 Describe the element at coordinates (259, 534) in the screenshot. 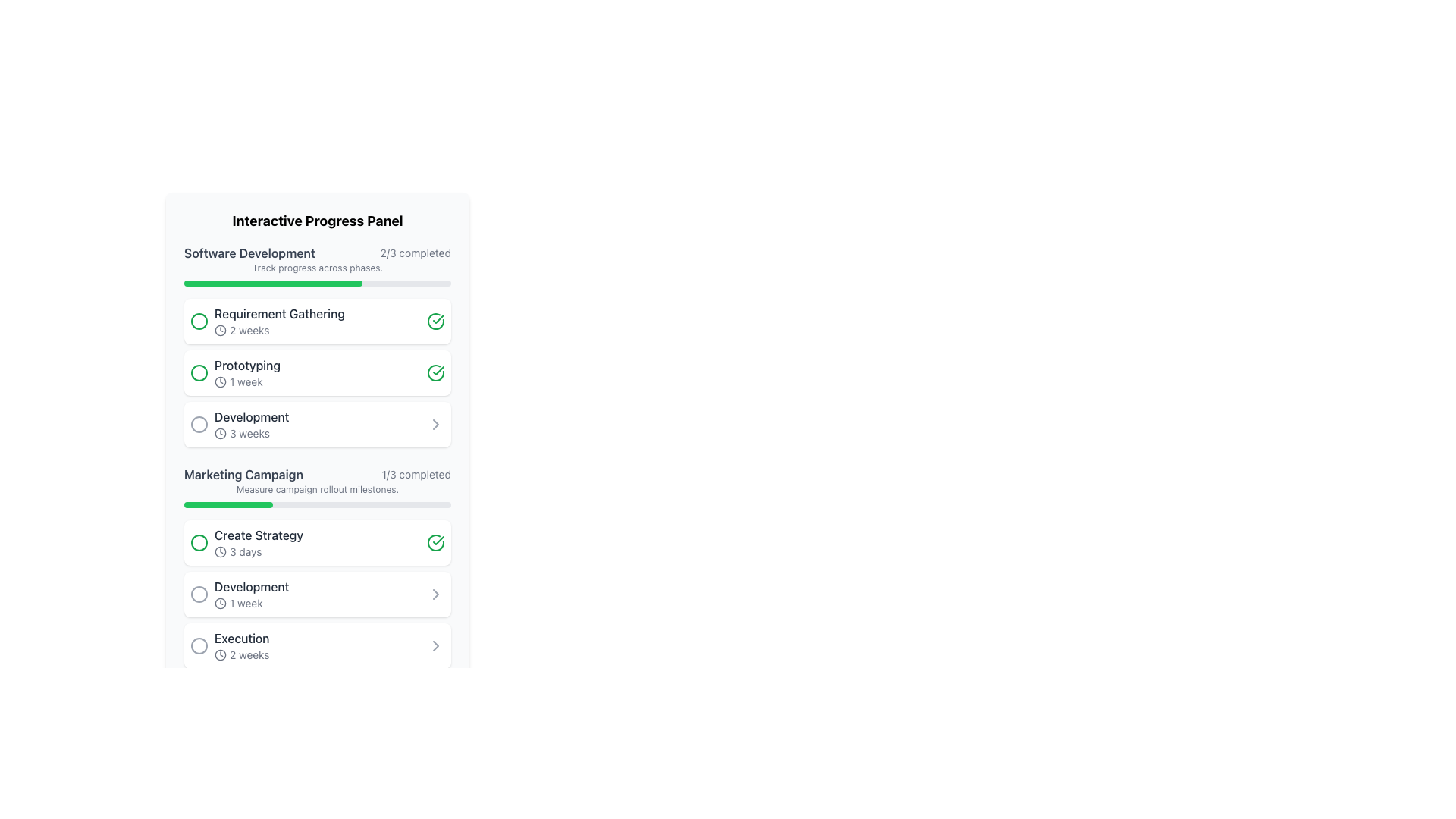

I see `the 'Create Strategy' static text label, which is prominently displayed at the top of its task card under the 'Marketing Campaign' category` at that location.